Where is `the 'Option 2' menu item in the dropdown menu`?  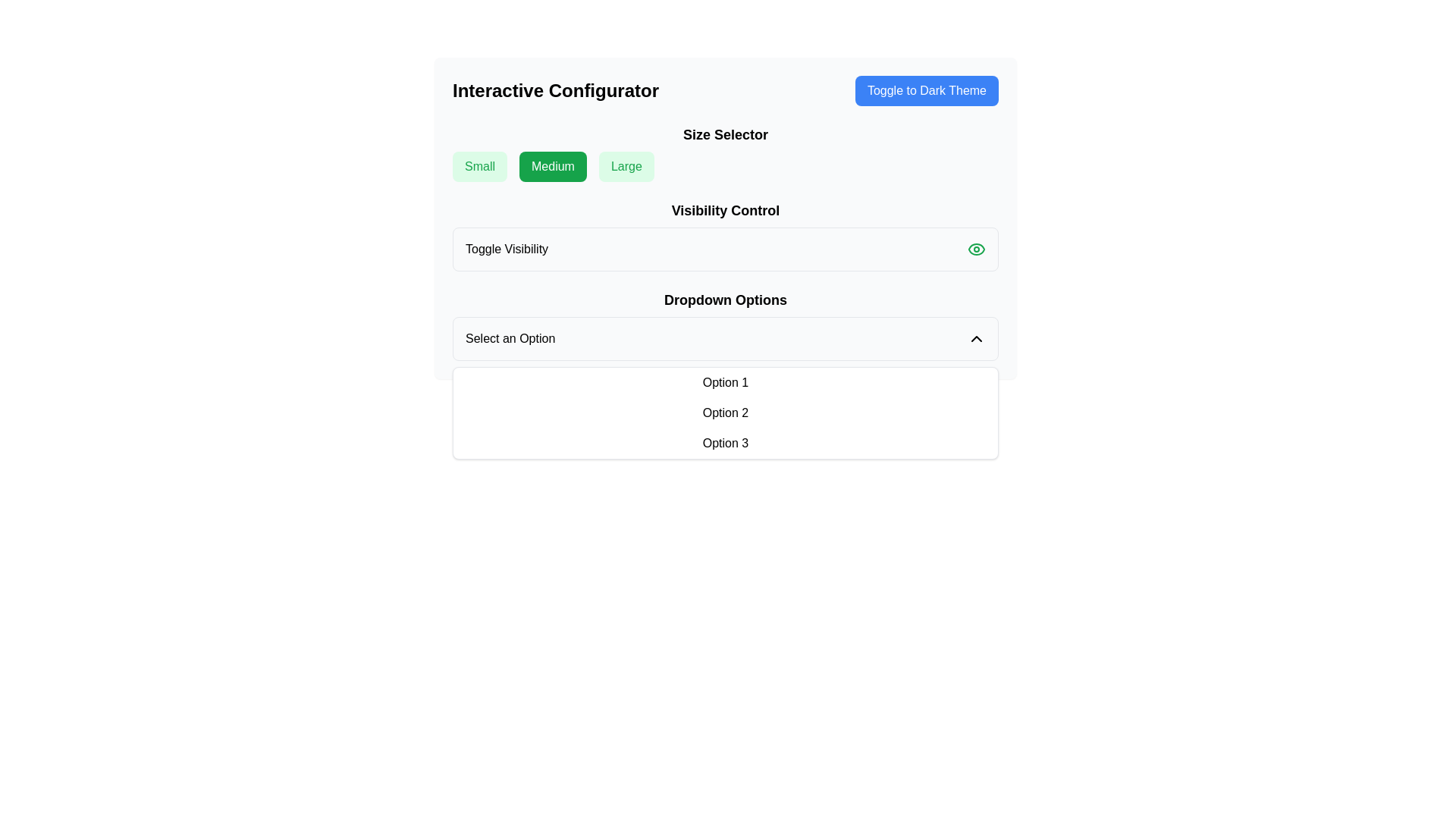 the 'Option 2' menu item in the dropdown menu is located at coordinates (724, 413).